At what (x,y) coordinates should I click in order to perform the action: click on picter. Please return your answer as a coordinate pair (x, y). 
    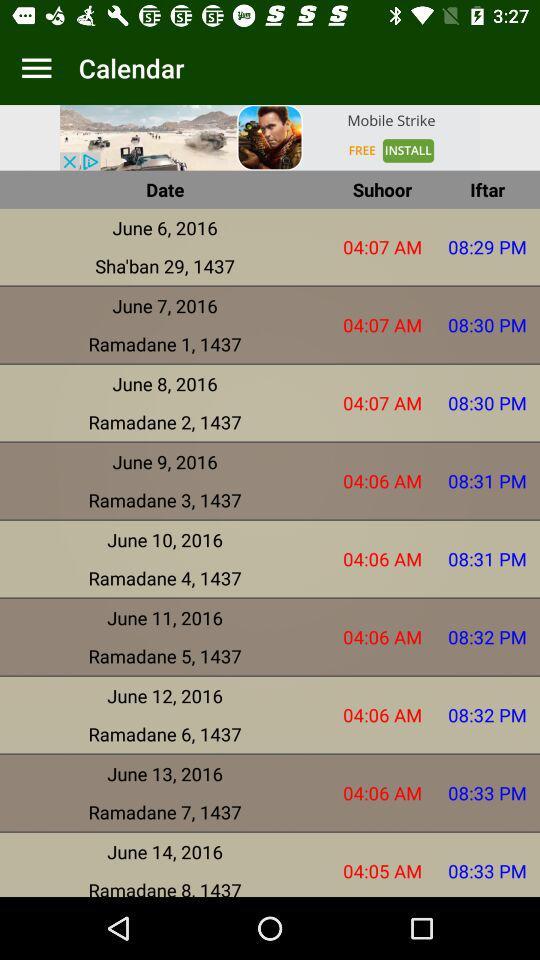
    Looking at the image, I should click on (270, 136).